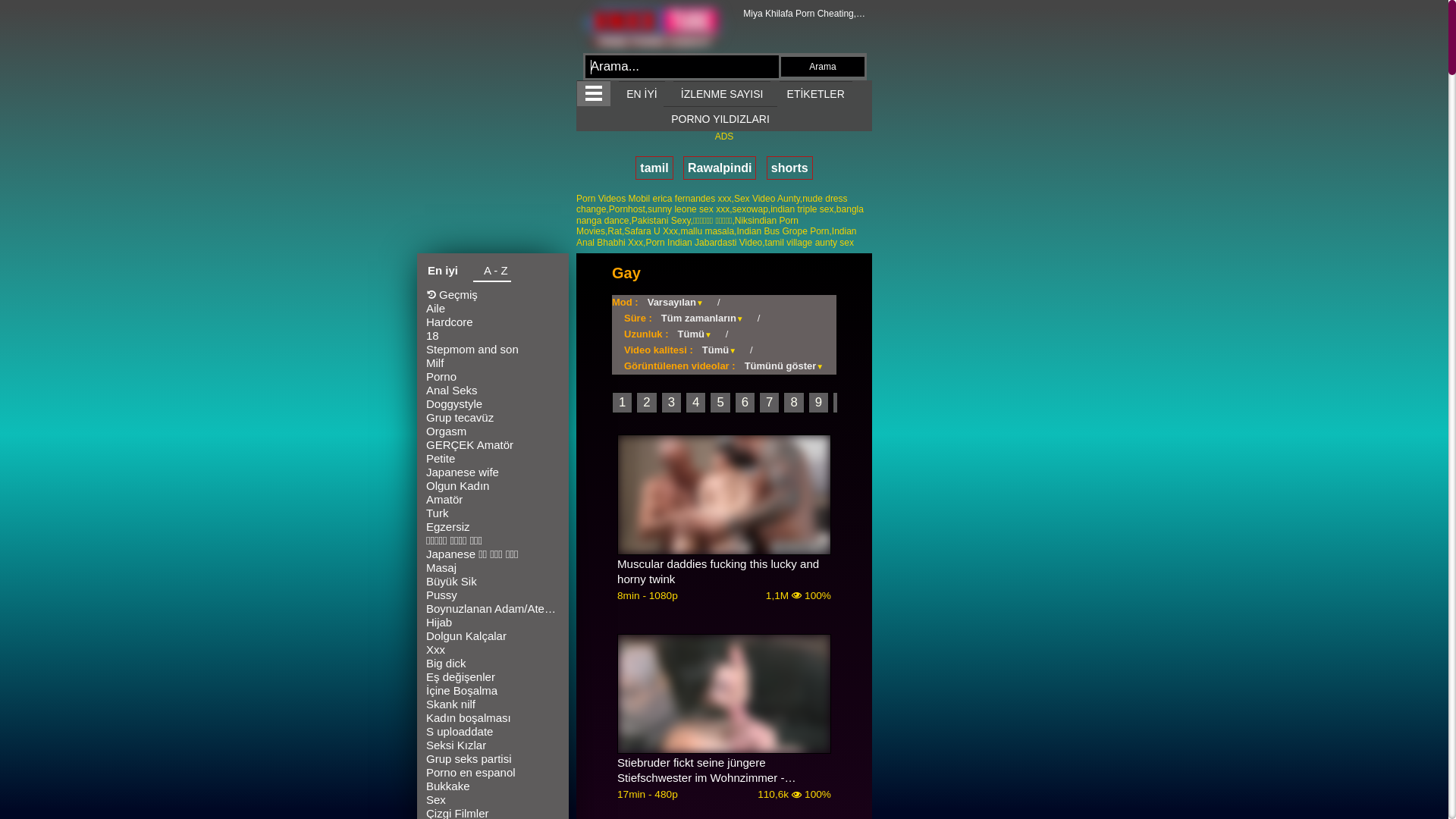 The height and width of the screenshot is (819, 1456). Describe the element at coordinates (807, 402) in the screenshot. I see `'9'` at that location.